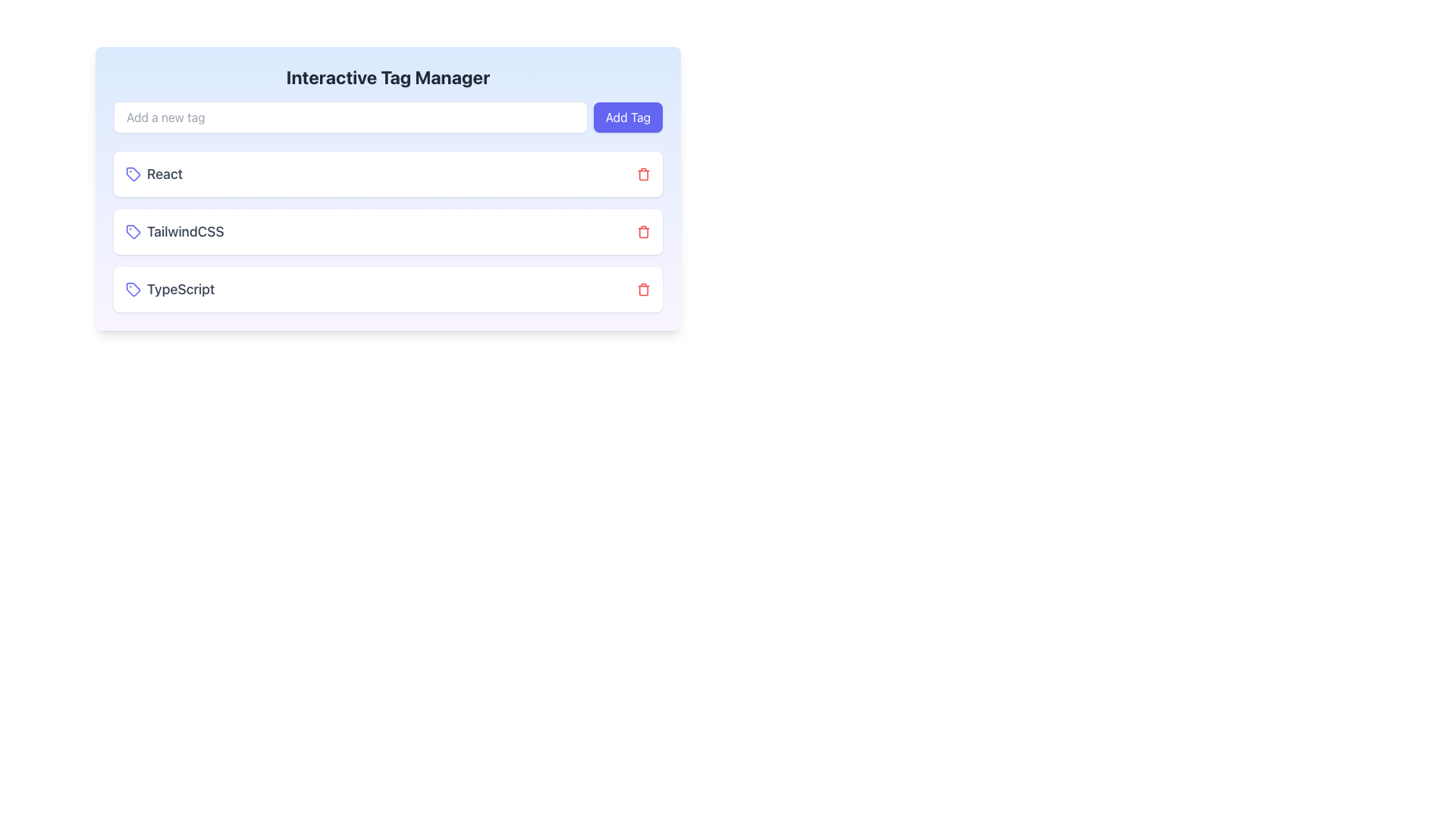  Describe the element at coordinates (174, 231) in the screenshot. I see `the 'TailwindCSS' list item, which consists of a purple rounded tag icon and a gray text label, positioned centrally within a white card, between 'React' and 'TypeScript'` at that location.